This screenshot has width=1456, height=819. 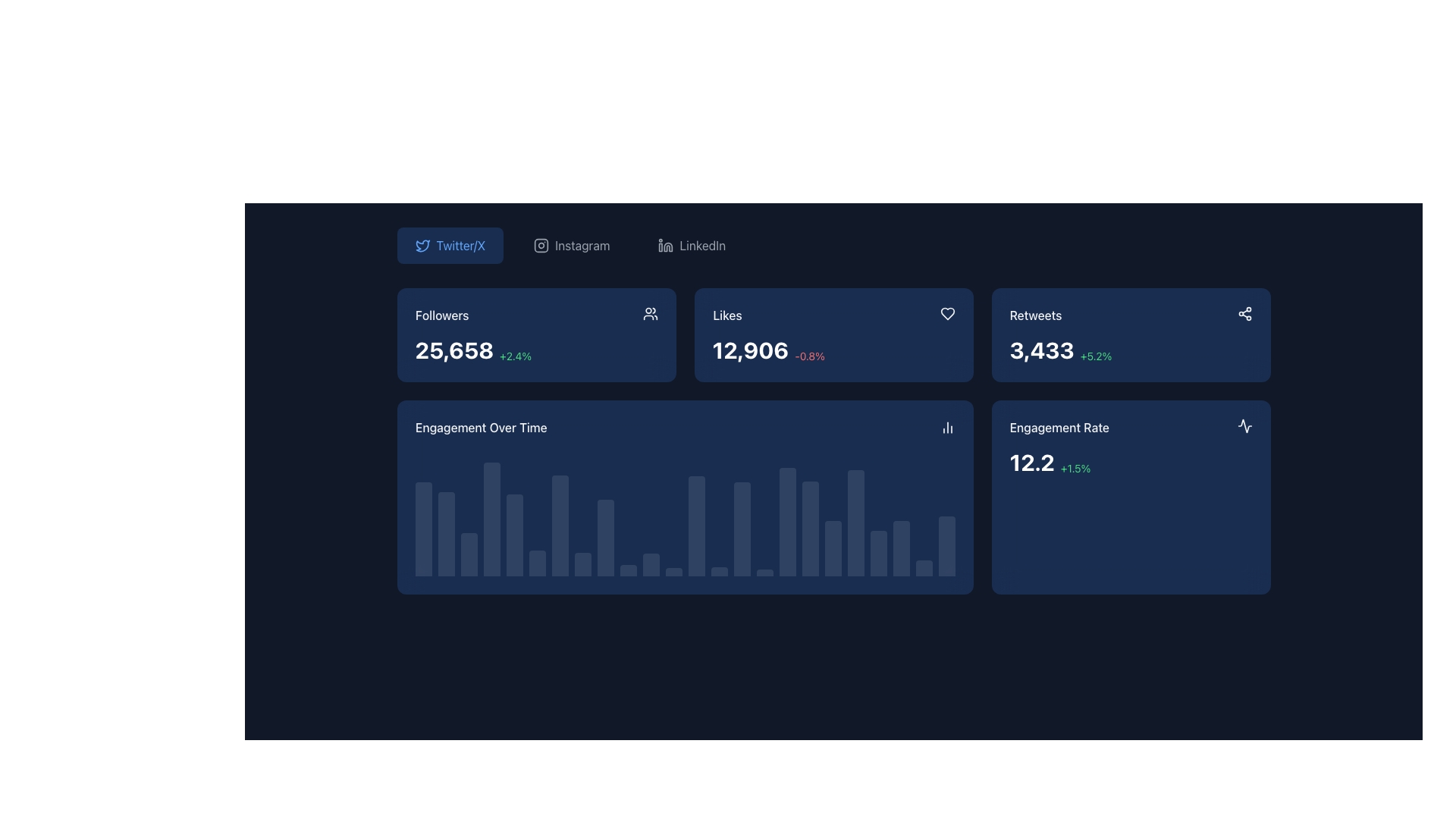 I want to click on the 20th bar from the left in the 'Engagement Over Time' bar chart, so click(x=855, y=522).